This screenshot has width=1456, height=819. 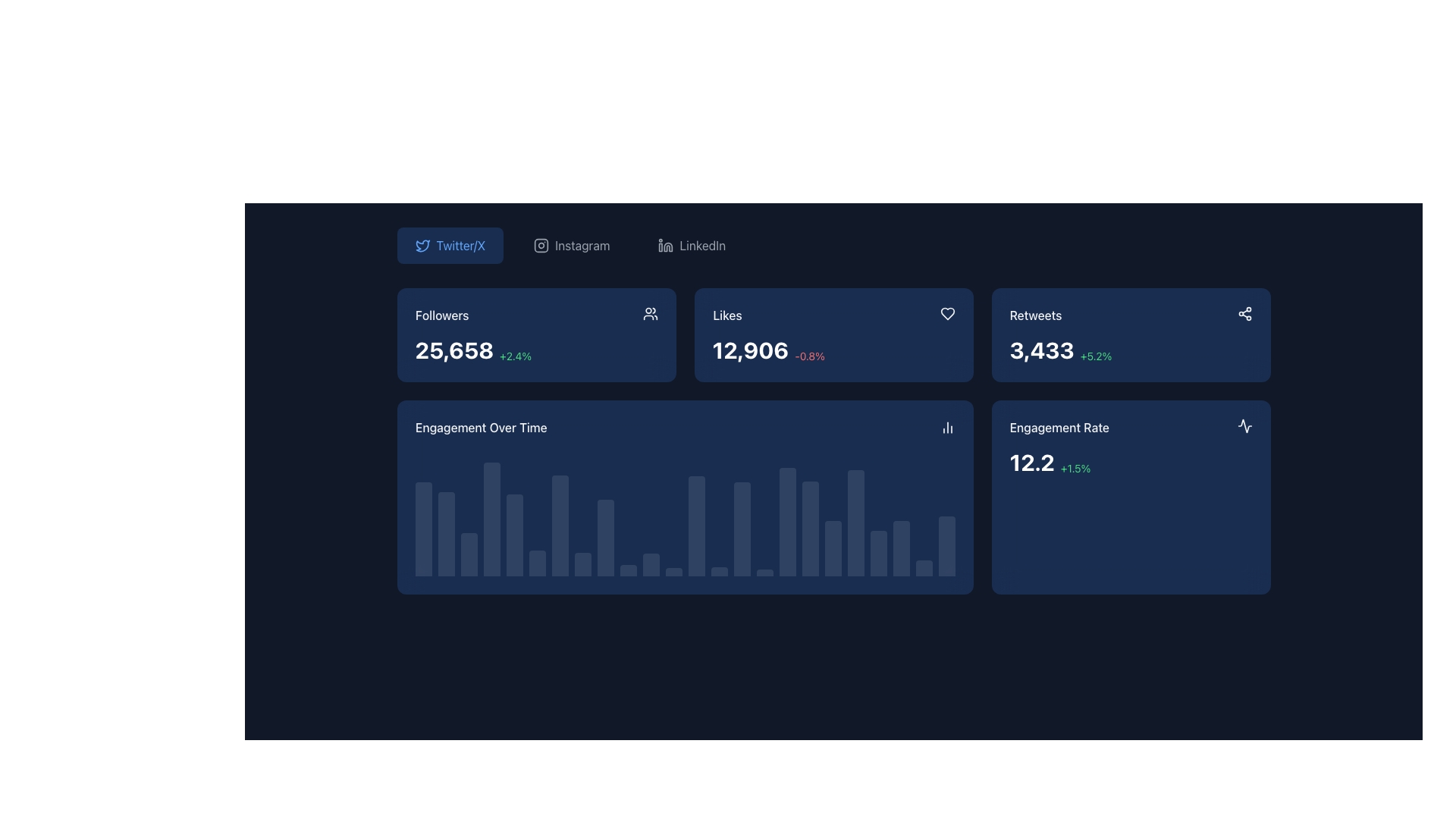 I want to click on the 20th bar from the left in the 'Engagement Over Time' bar chart, so click(x=855, y=522).